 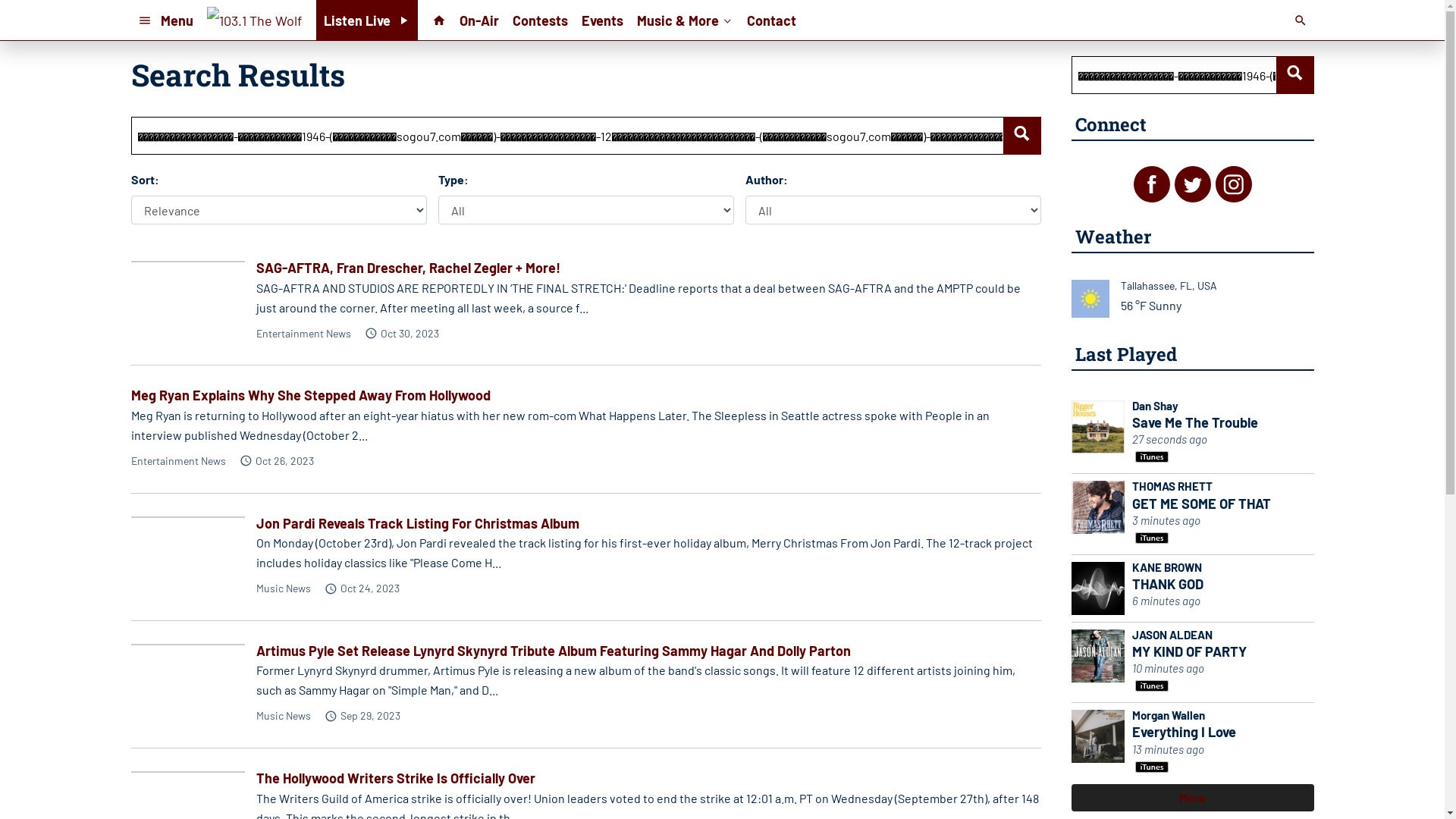 What do you see at coordinates (540, 20) in the screenshot?
I see `'Contests'` at bounding box center [540, 20].